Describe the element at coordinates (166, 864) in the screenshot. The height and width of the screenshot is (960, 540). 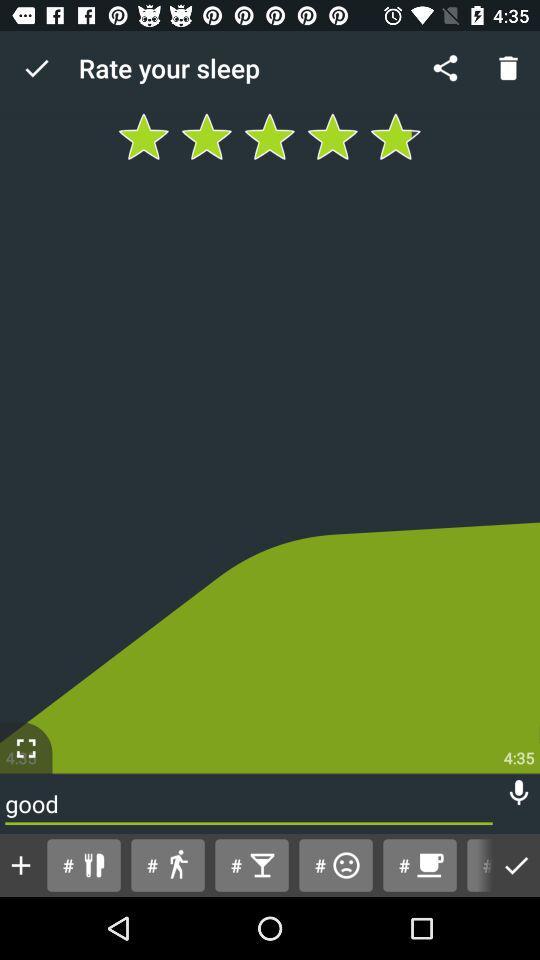
I see `the button to the right of # icon` at that location.